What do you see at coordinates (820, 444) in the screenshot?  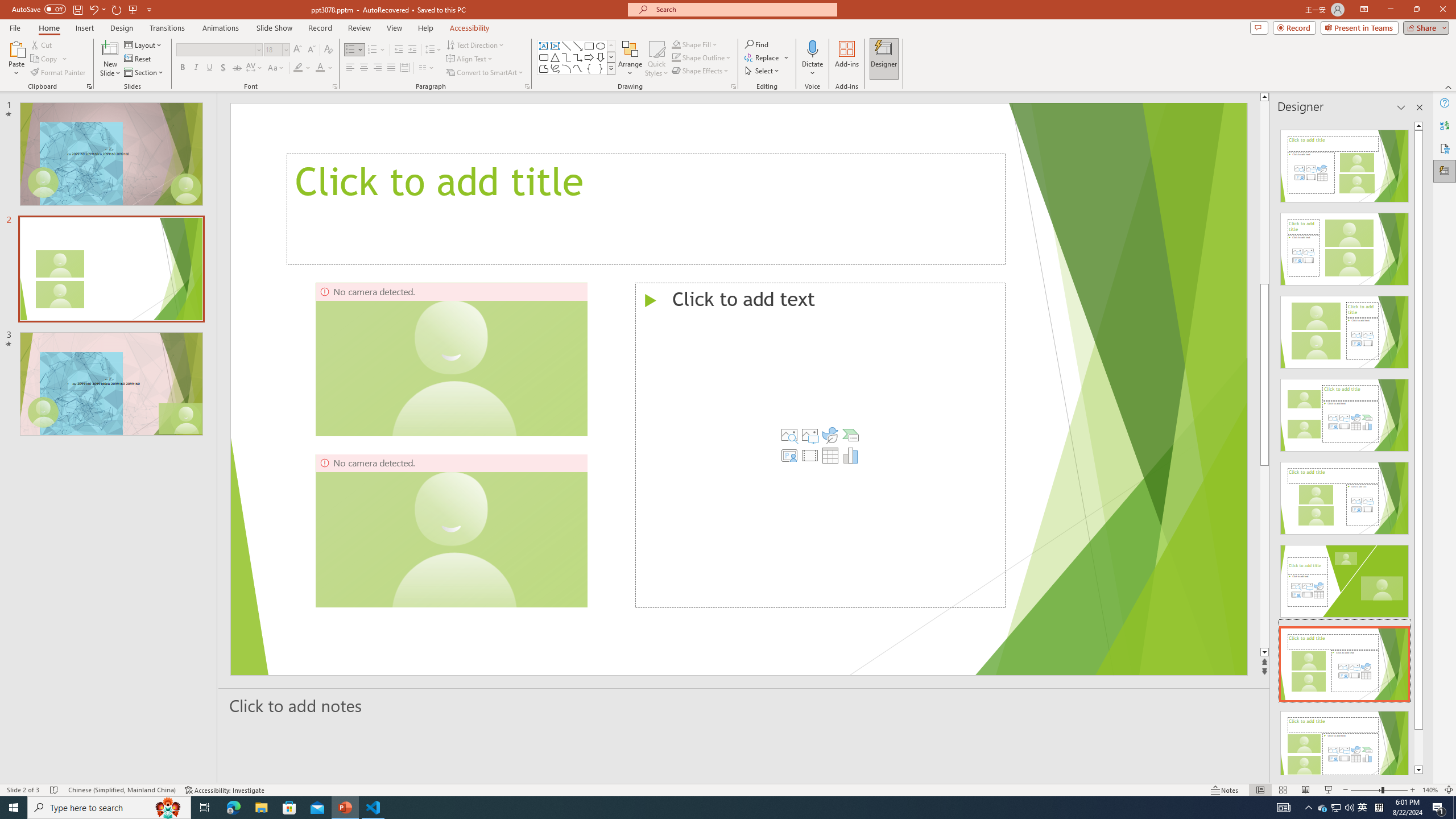 I see `'Content Placeholder'` at bounding box center [820, 444].